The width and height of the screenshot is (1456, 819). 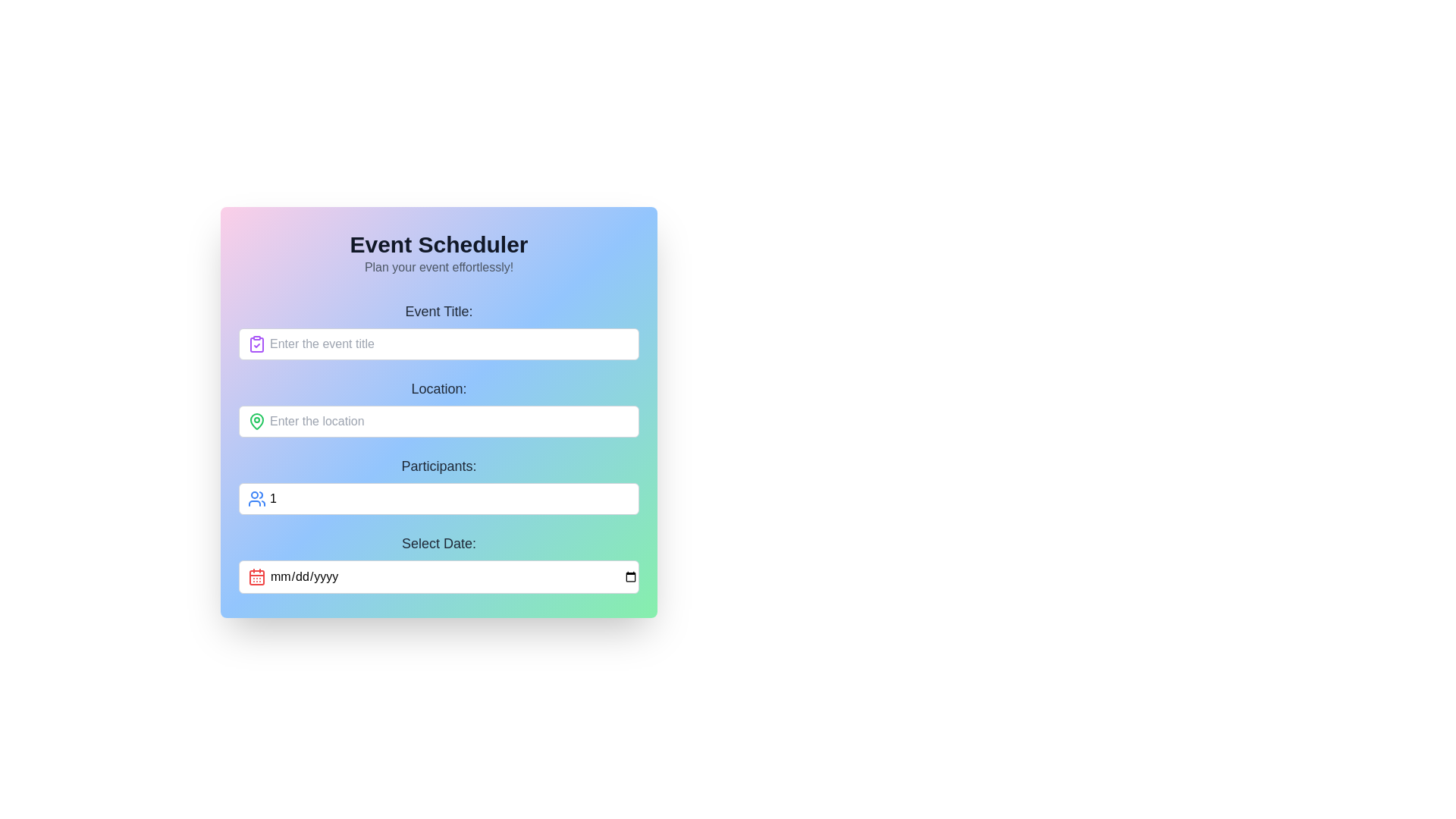 I want to click on the static text label indicating the title of the event in the vertical form layout, positioned at the top of the form, so click(x=438, y=329).